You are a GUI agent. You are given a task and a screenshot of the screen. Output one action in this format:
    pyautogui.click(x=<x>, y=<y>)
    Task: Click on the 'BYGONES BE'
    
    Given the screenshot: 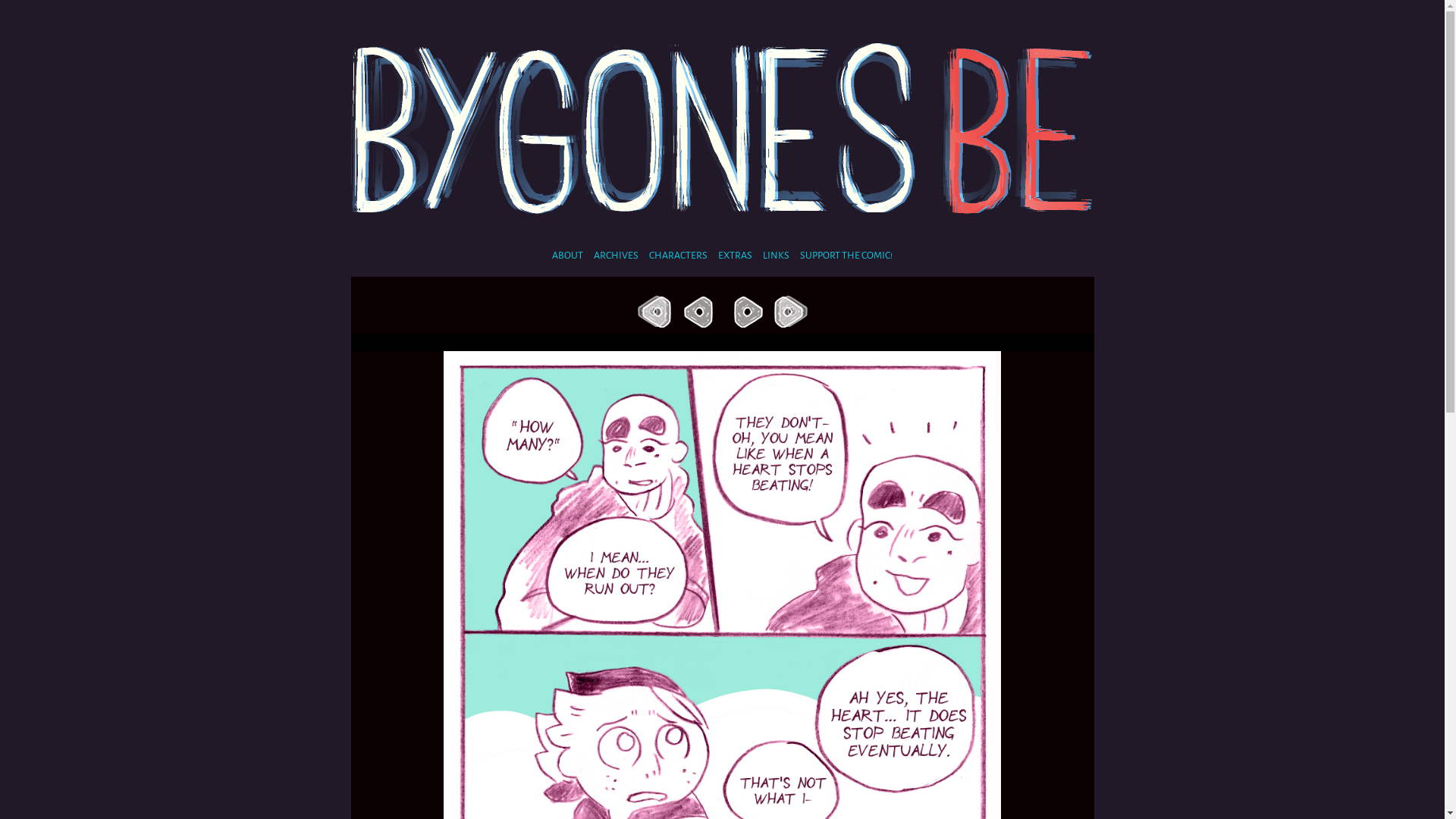 What is the action you would take?
    pyautogui.click(x=721, y=120)
    